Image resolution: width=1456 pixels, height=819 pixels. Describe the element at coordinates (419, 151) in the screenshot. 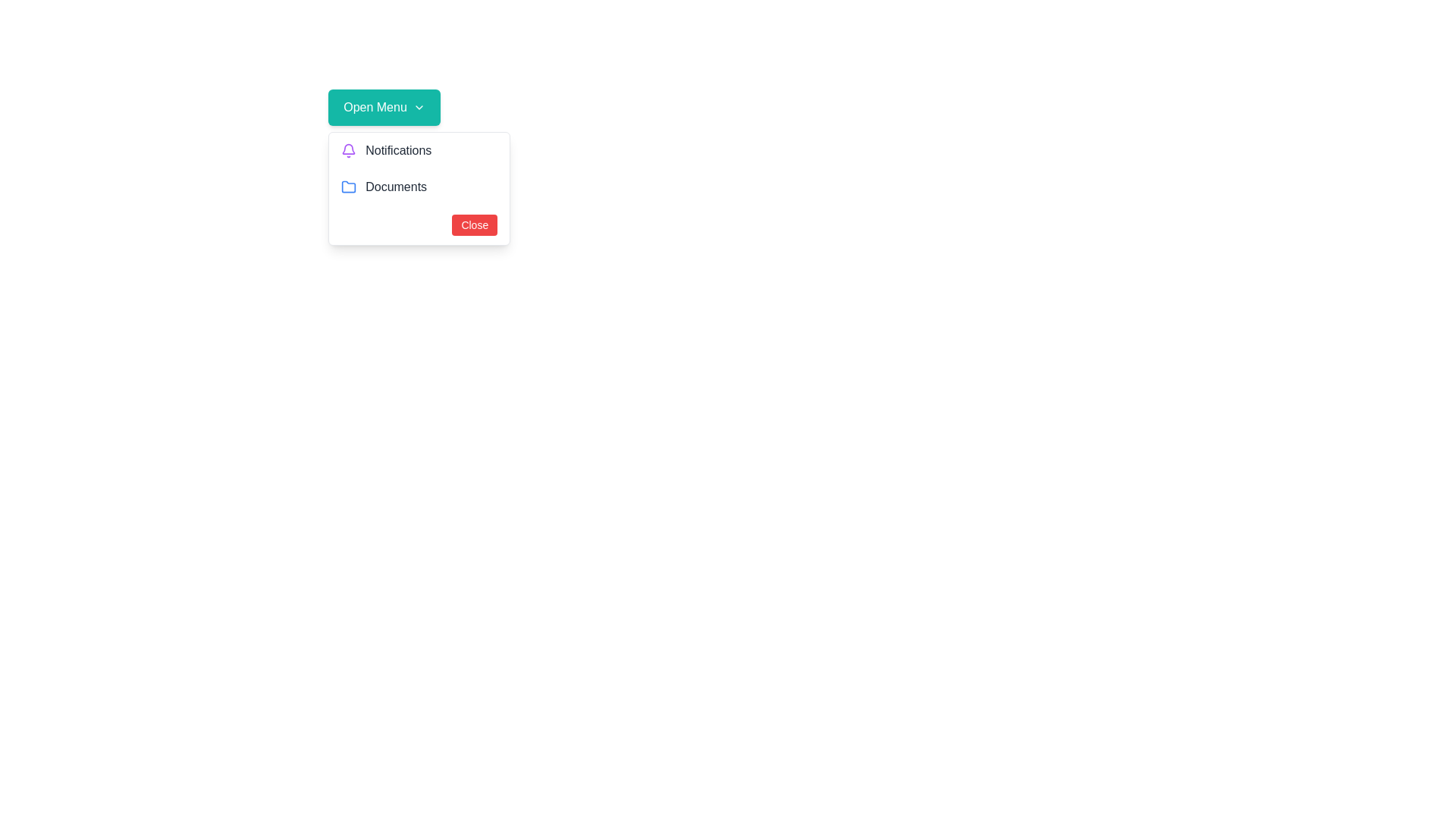

I see `the first option in the dropdown menu that accesses the notifications or alerts section of the application` at that location.